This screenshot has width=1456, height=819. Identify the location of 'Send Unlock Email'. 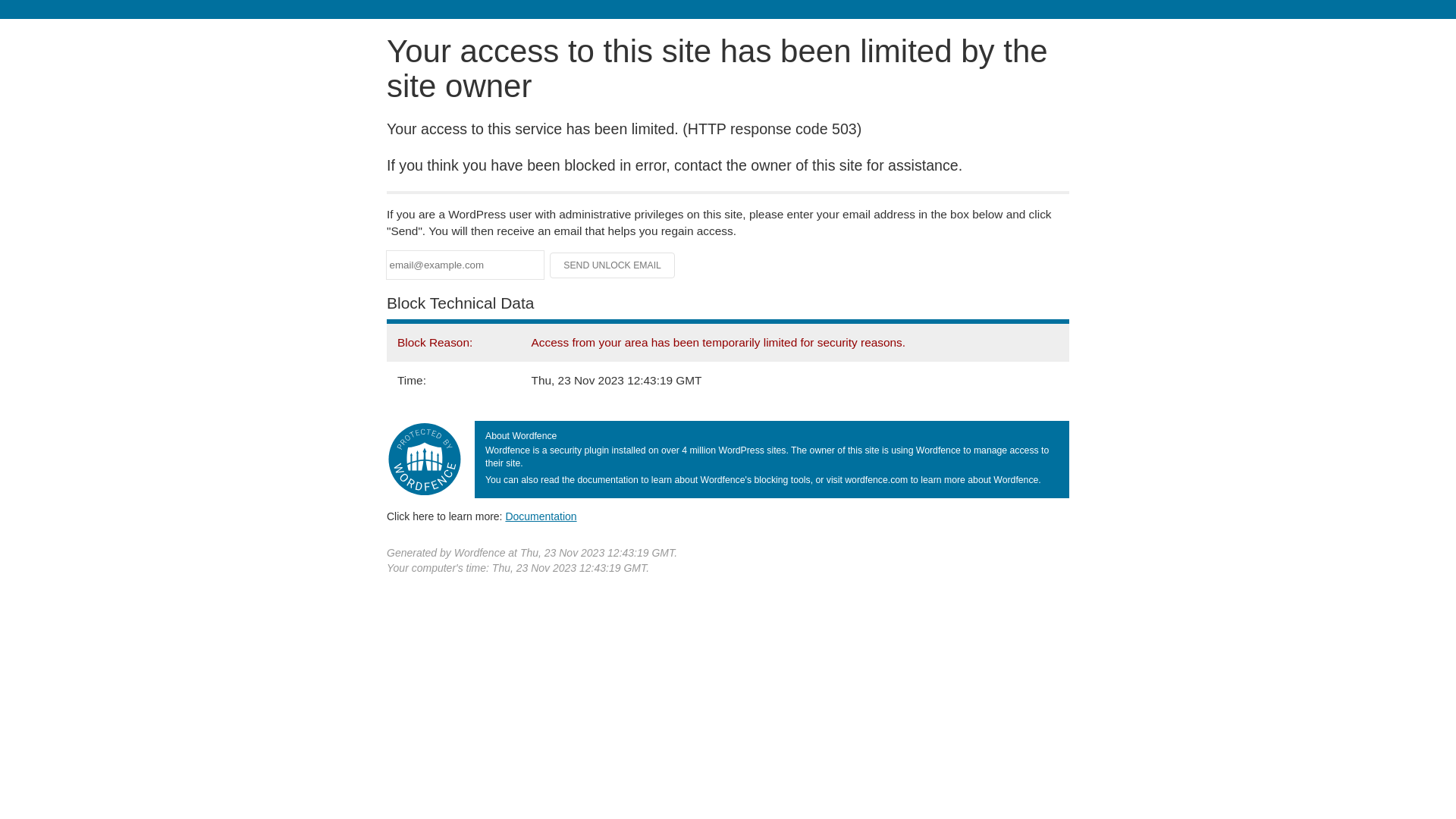
(548, 265).